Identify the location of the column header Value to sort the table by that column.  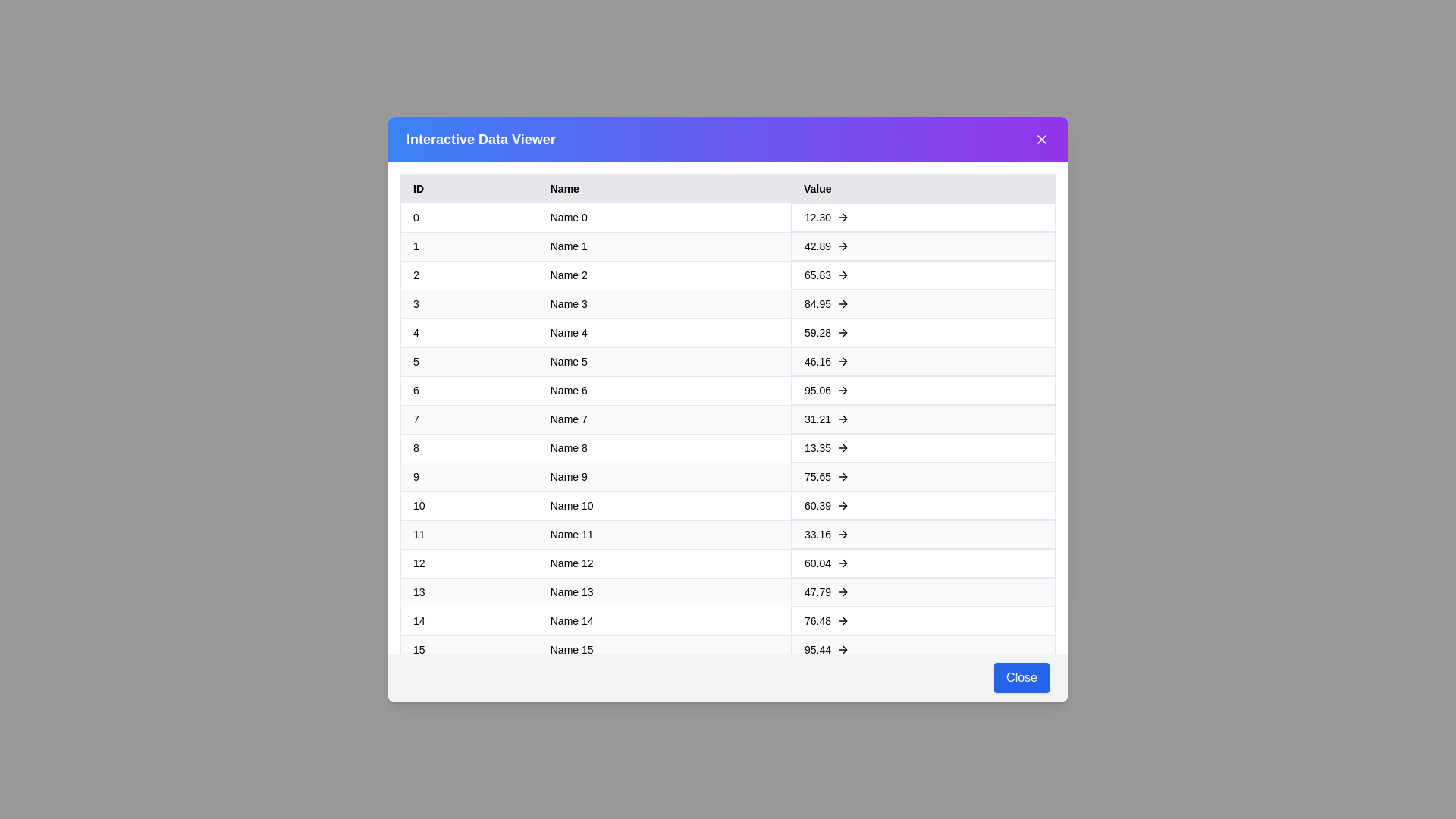
(922, 188).